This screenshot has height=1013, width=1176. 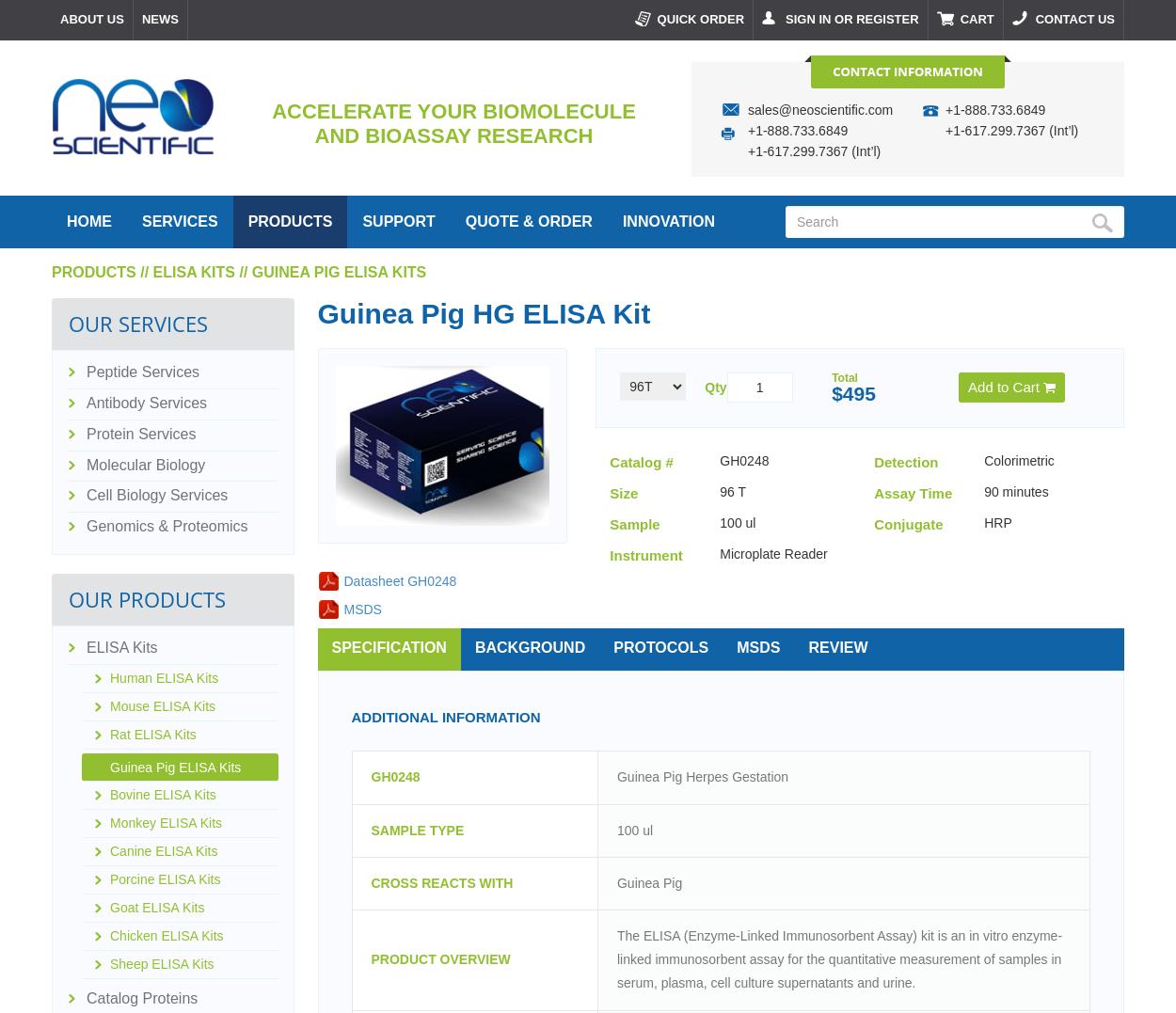 I want to click on 'Goat ELISA Kits', so click(x=109, y=907).